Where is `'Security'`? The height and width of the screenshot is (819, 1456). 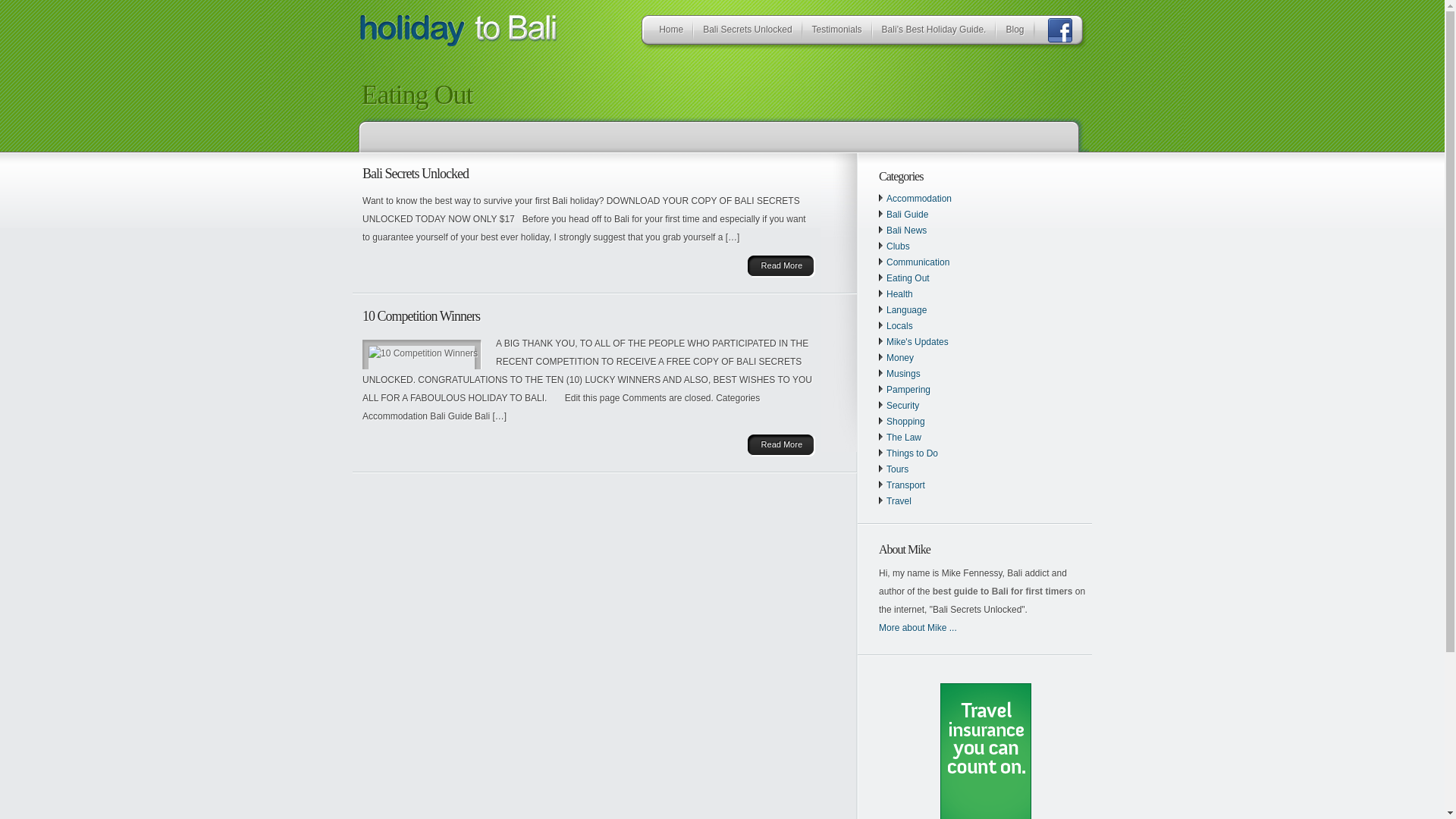
'Security' is located at coordinates (886, 405).